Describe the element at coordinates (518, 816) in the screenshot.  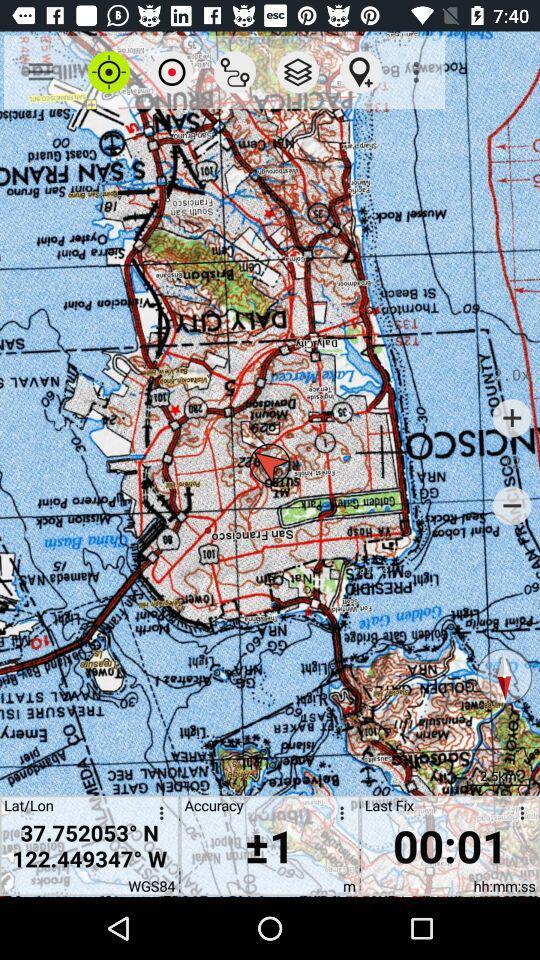
I see `settings` at that location.